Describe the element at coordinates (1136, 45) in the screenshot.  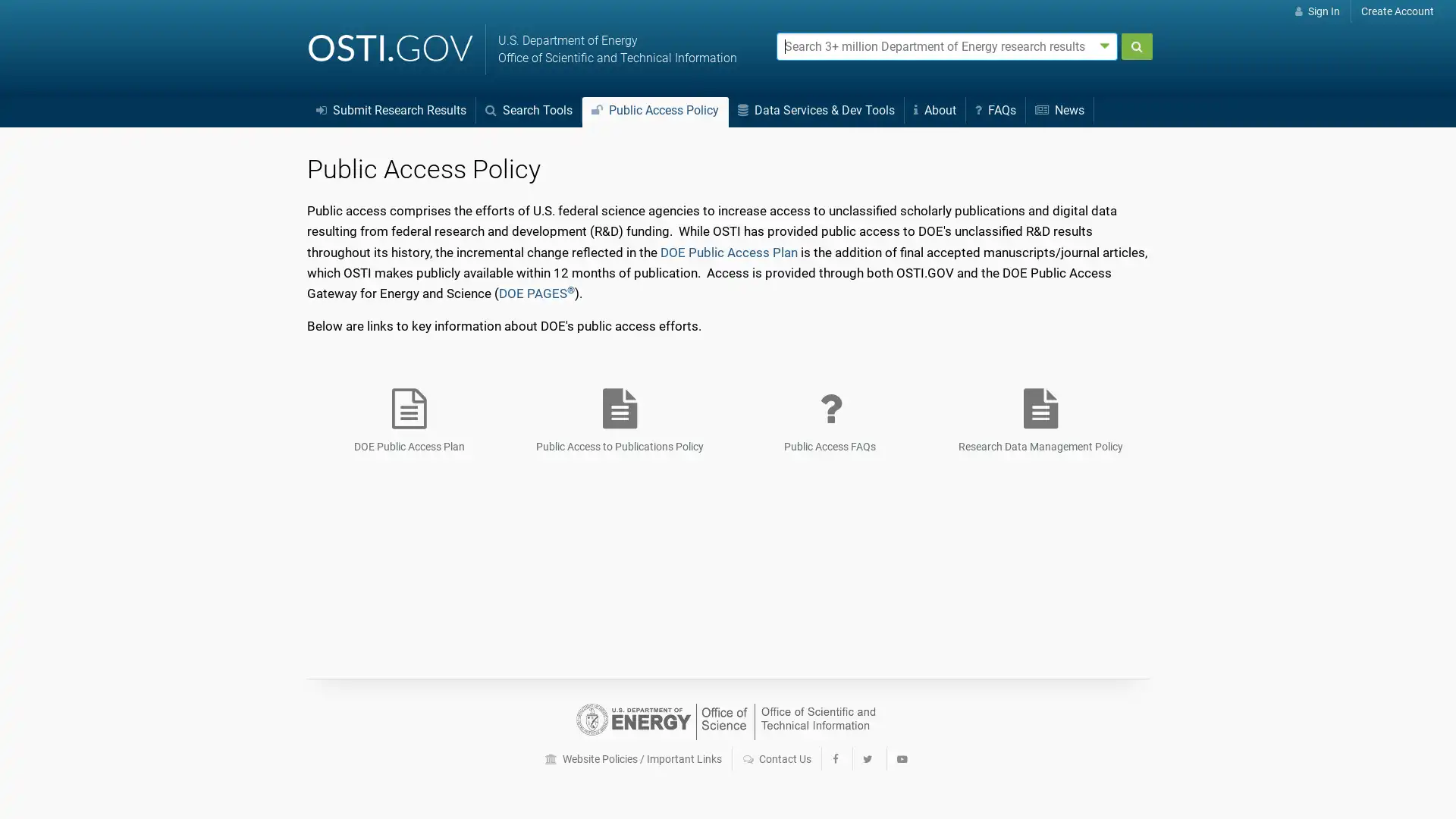
I see `Submit` at that location.